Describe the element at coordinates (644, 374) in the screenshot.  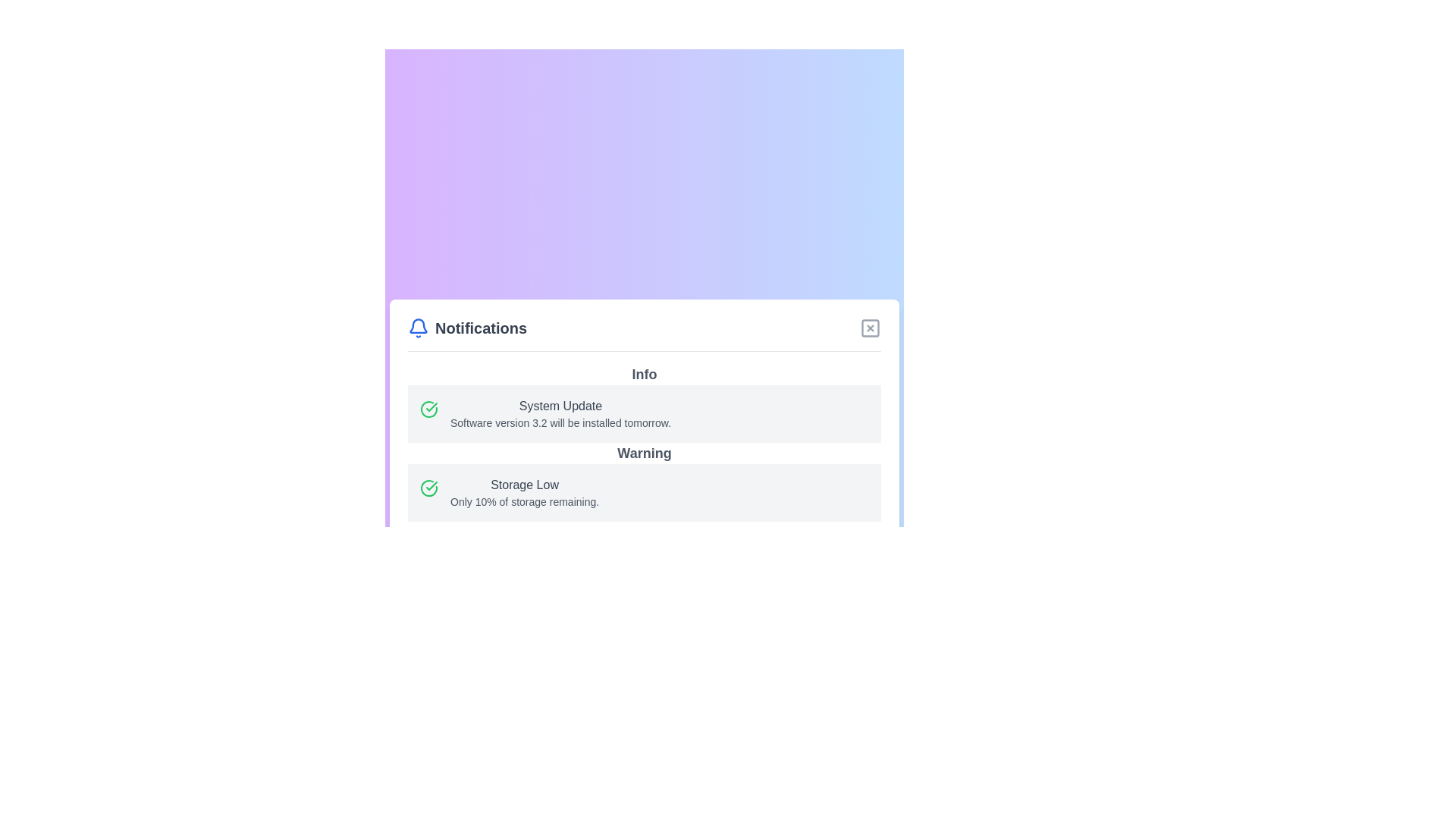
I see `the 'Info' text label, which is displayed in bold, medium-large gray font on a white background at the top of a notification card` at that location.